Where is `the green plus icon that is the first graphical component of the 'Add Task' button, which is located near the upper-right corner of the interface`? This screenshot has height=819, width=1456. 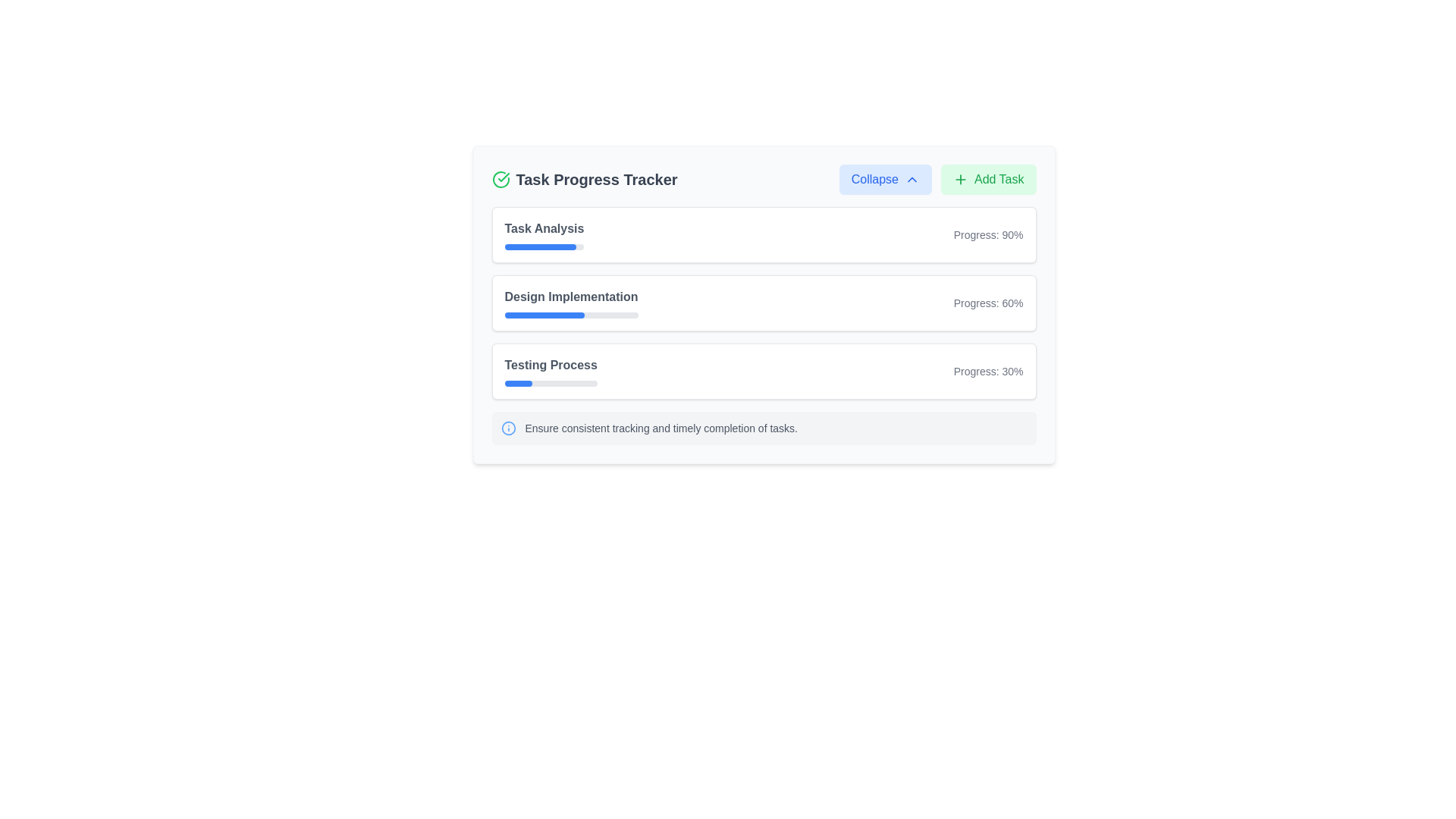
the green plus icon that is the first graphical component of the 'Add Task' button, which is located near the upper-right corner of the interface is located at coordinates (960, 178).